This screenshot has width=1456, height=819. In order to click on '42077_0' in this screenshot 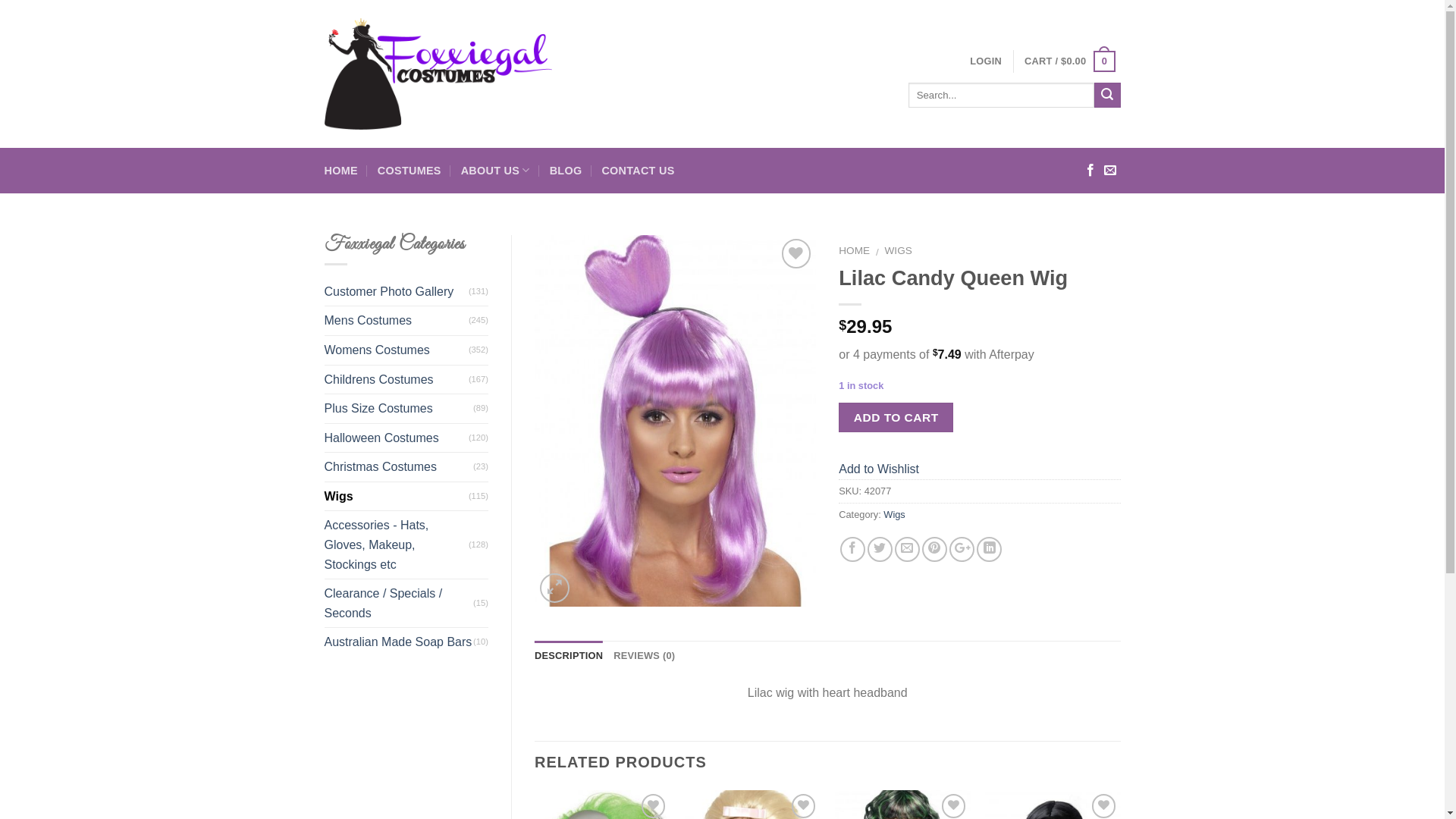, I will do `click(674, 421)`.